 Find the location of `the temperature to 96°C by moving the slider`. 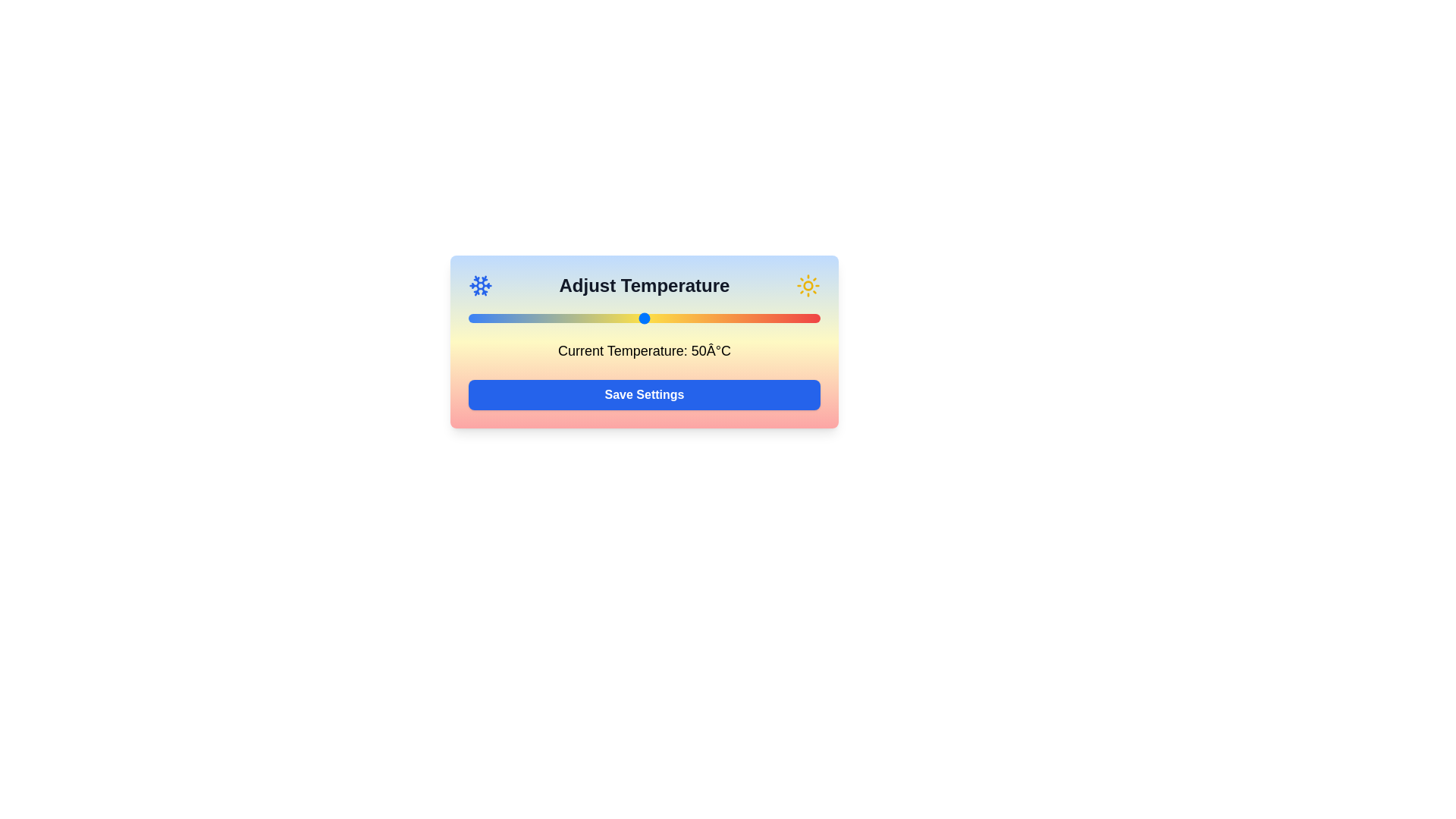

the temperature to 96°C by moving the slider is located at coordinates (805, 318).